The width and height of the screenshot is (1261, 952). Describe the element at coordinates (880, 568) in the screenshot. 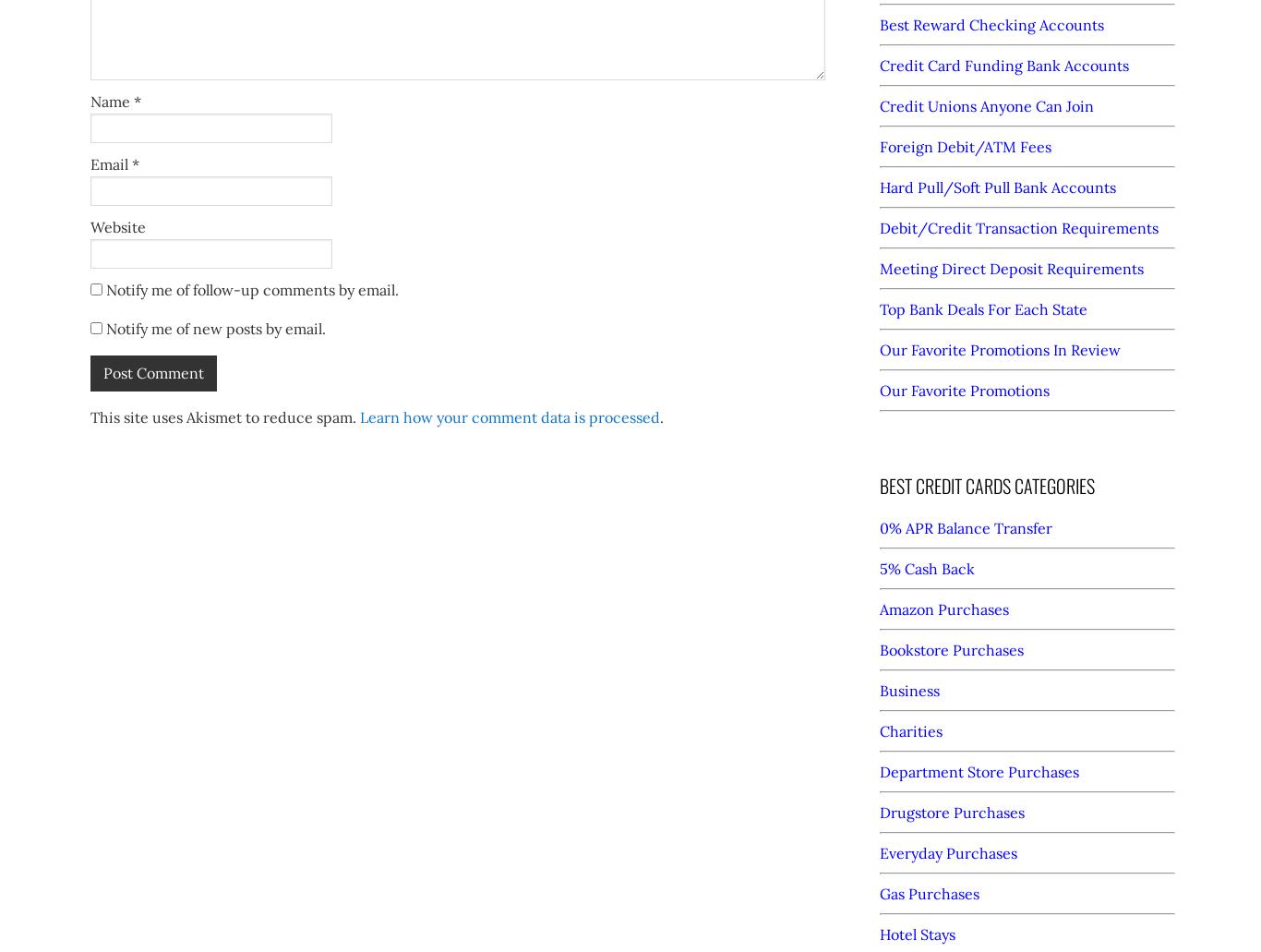

I see `'5% Cash Back'` at that location.